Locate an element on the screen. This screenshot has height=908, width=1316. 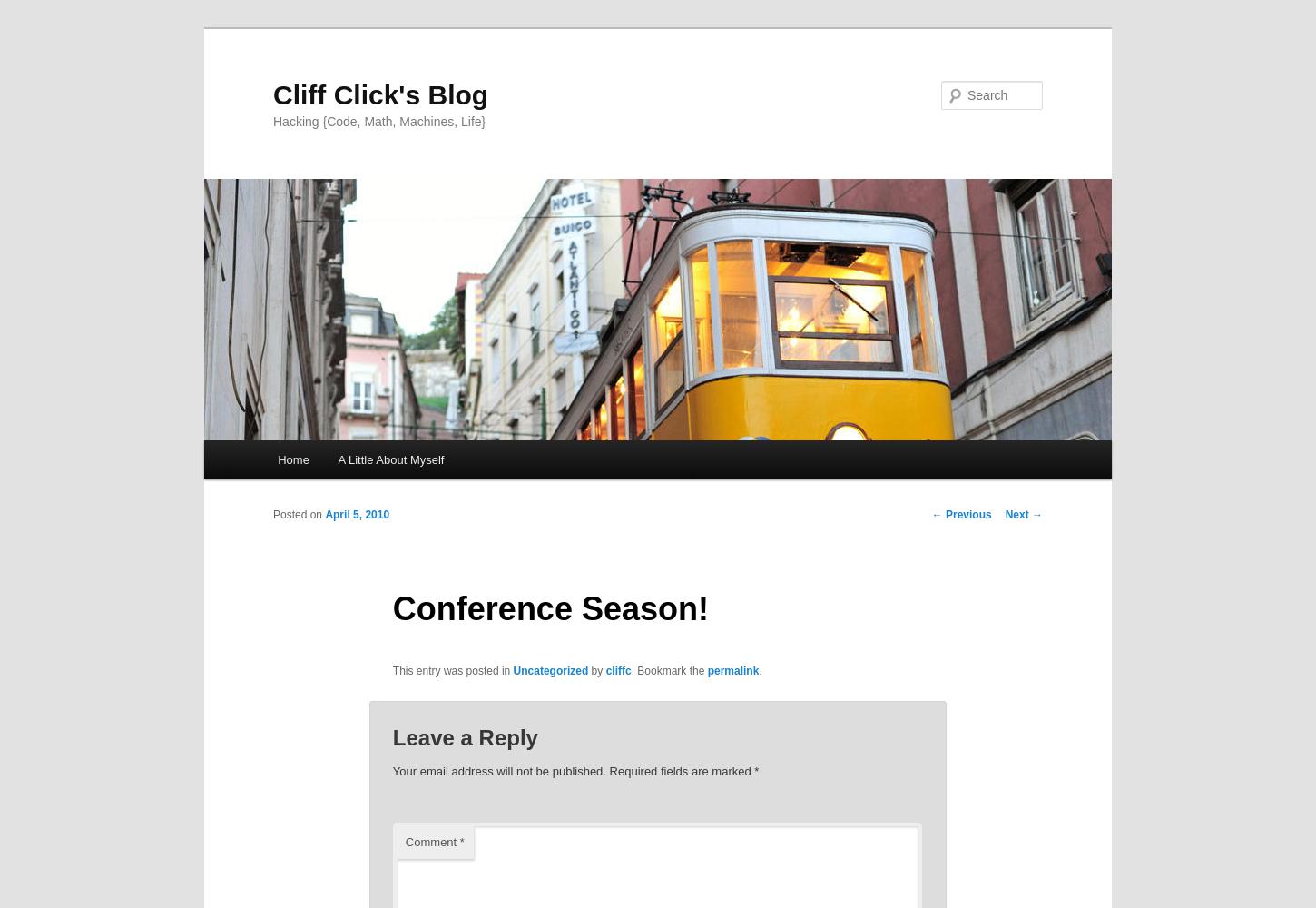
'Your email address will not be published.' is located at coordinates (498, 769).